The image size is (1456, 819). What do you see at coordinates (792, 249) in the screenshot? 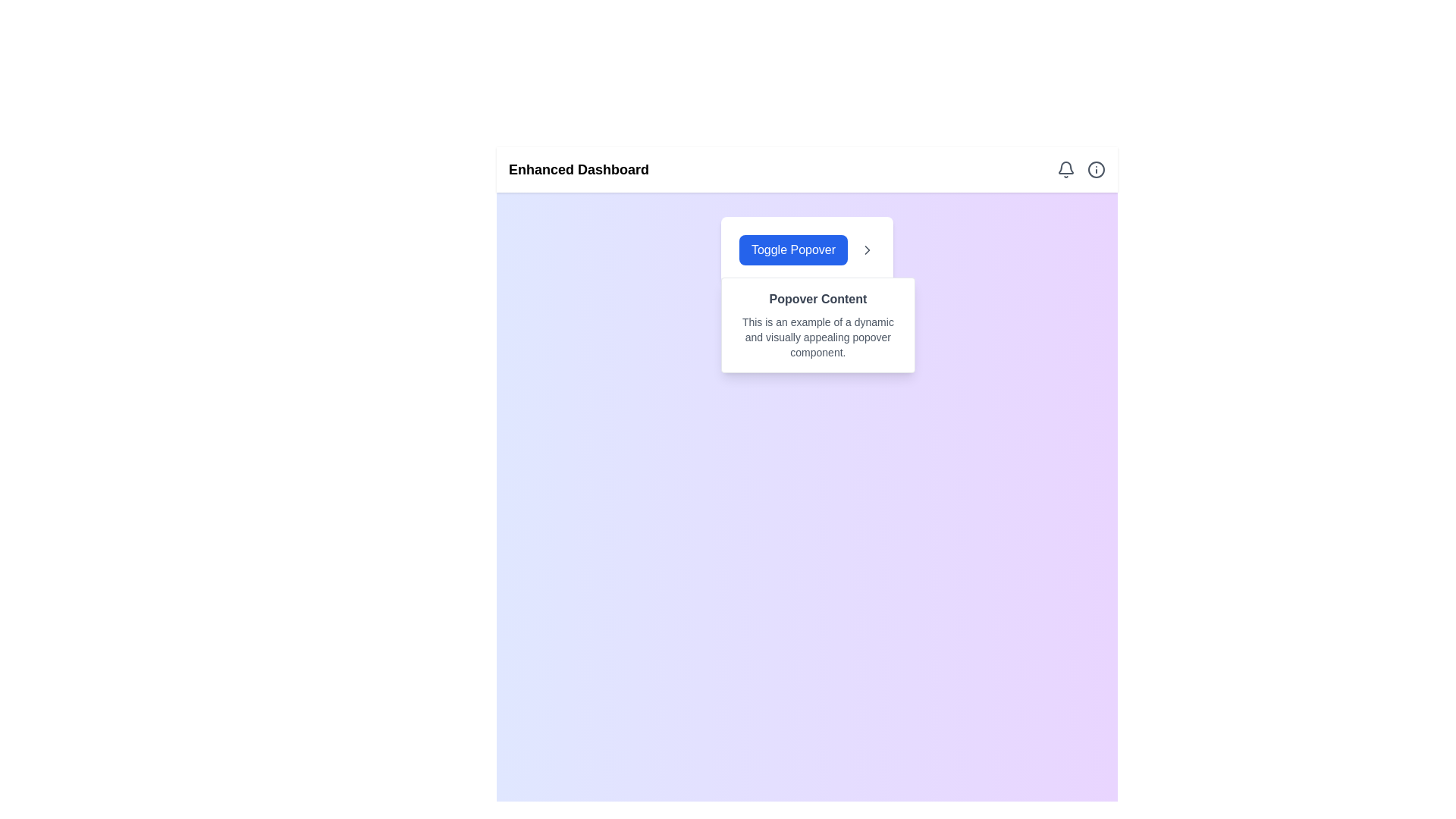
I see `the left-most button in a horizontally aligned group to change its color, which toggles the visibility of an adjacent popover` at bounding box center [792, 249].